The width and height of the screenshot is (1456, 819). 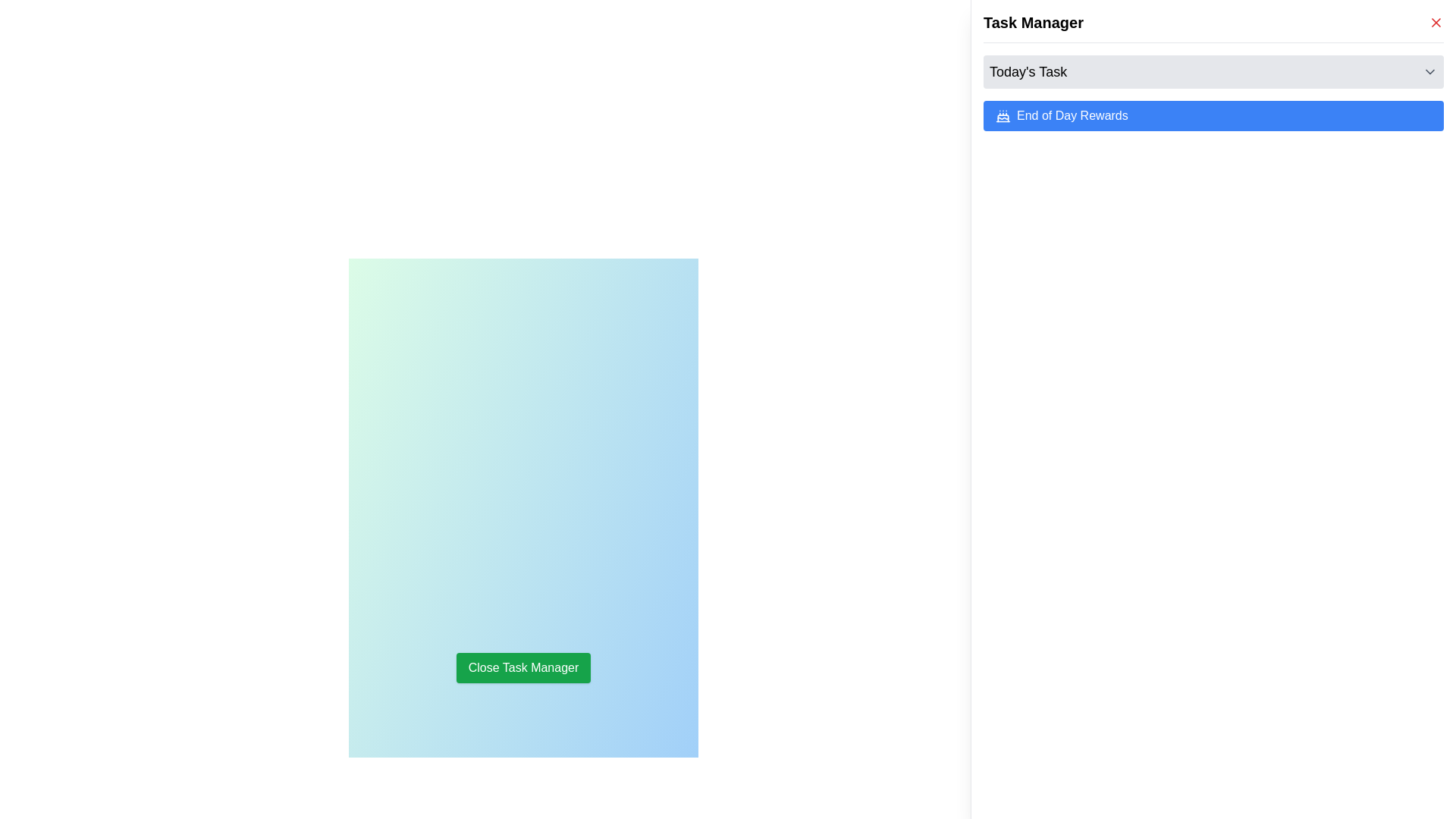 What do you see at coordinates (1028, 72) in the screenshot?
I see `the text label displaying 'Today's Task' located at the top section of the 'Task Manager' panel` at bounding box center [1028, 72].